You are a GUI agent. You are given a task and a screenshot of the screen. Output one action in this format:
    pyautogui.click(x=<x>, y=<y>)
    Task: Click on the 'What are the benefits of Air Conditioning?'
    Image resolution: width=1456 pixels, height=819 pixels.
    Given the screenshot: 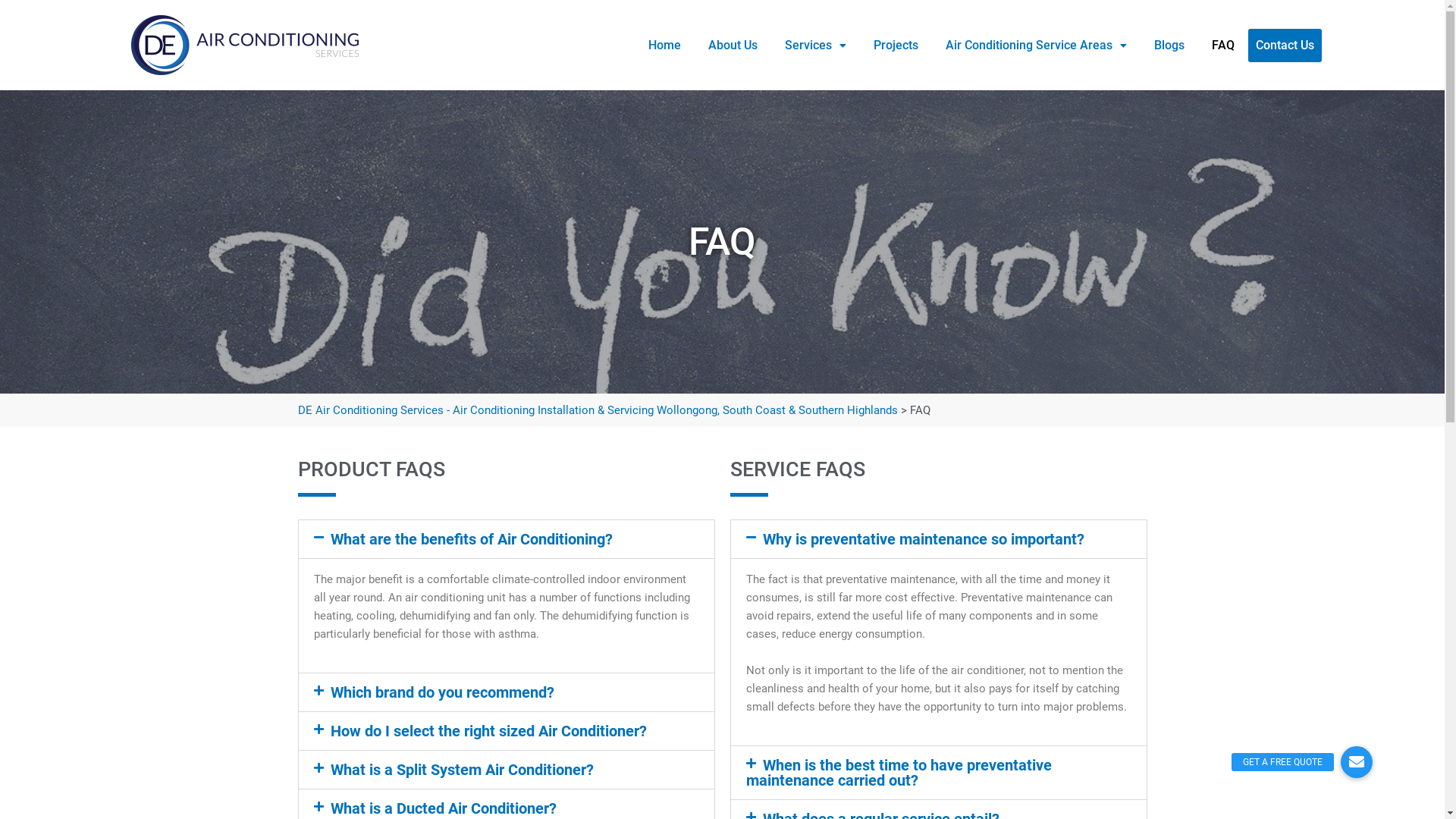 What is the action you would take?
    pyautogui.click(x=471, y=538)
    